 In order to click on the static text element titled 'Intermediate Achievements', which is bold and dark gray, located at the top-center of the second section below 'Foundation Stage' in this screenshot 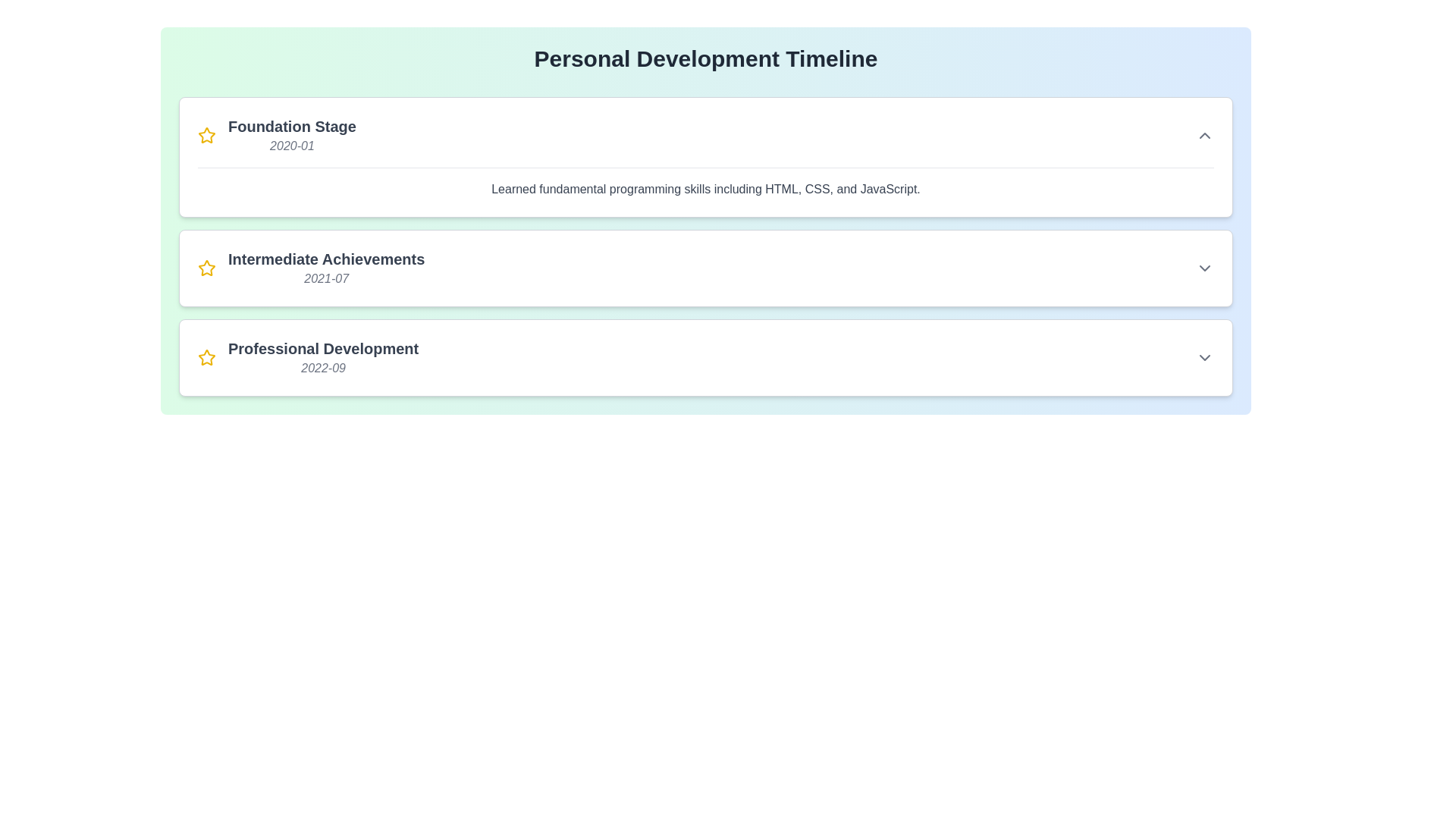, I will do `click(325, 259)`.